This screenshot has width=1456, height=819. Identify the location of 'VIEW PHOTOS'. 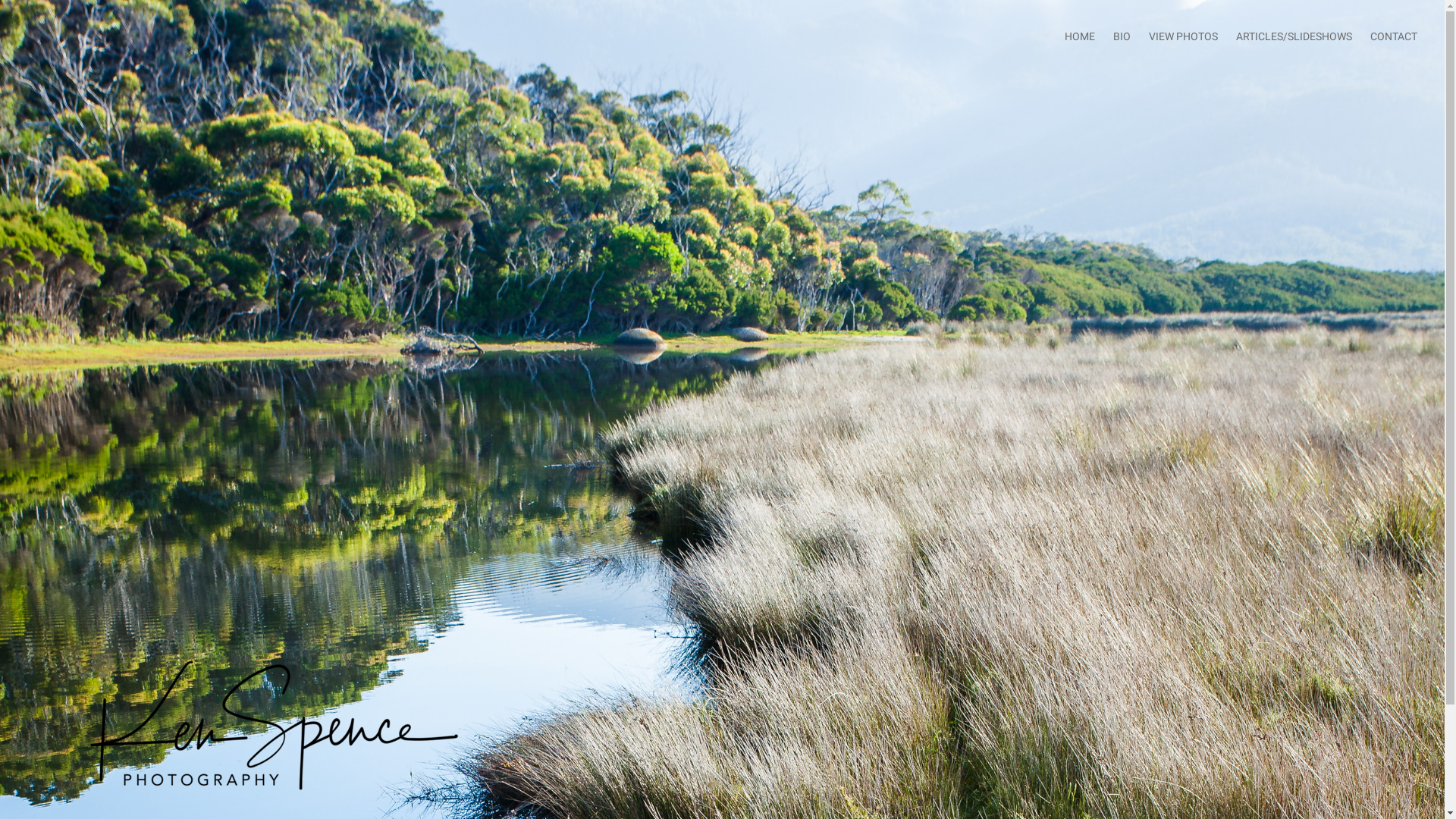
(1182, 35).